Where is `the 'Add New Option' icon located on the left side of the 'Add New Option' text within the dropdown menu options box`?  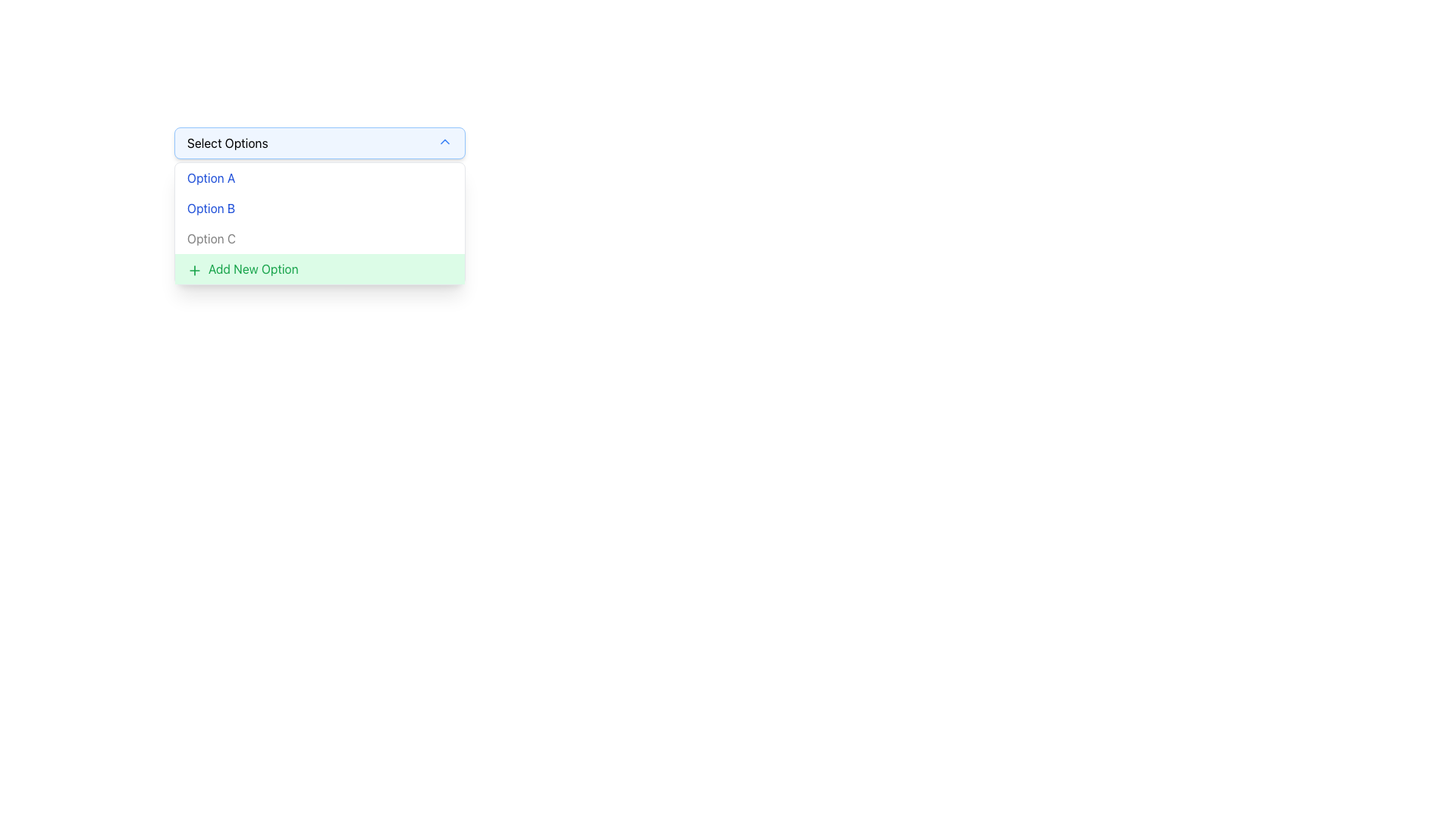 the 'Add New Option' icon located on the left side of the 'Add New Option' text within the dropdown menu options box is located at coordinates (194, 268).